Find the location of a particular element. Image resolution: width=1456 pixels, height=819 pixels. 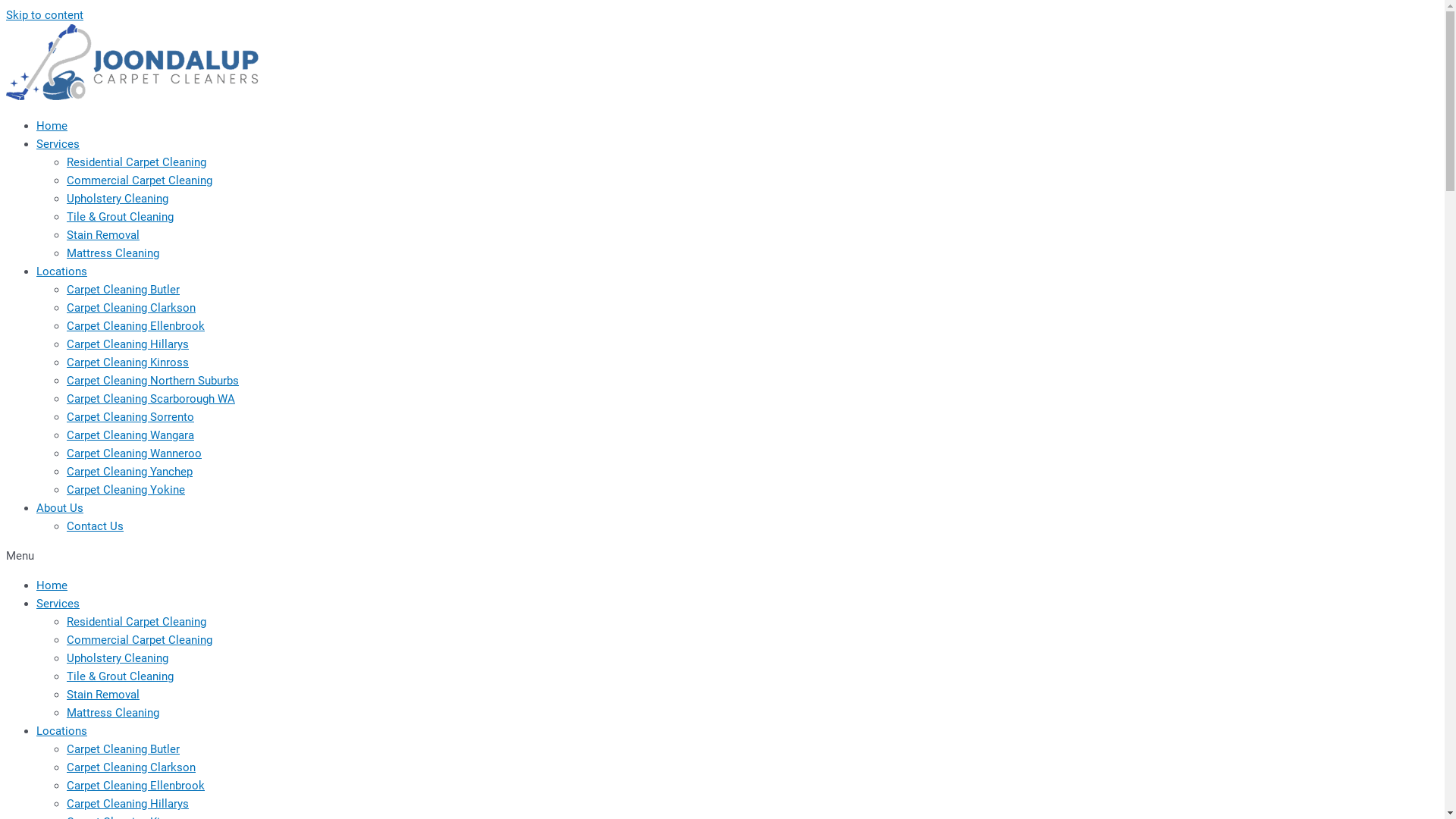

'Carpet Cleaning Kinross' is located at coordinates (127, 362).